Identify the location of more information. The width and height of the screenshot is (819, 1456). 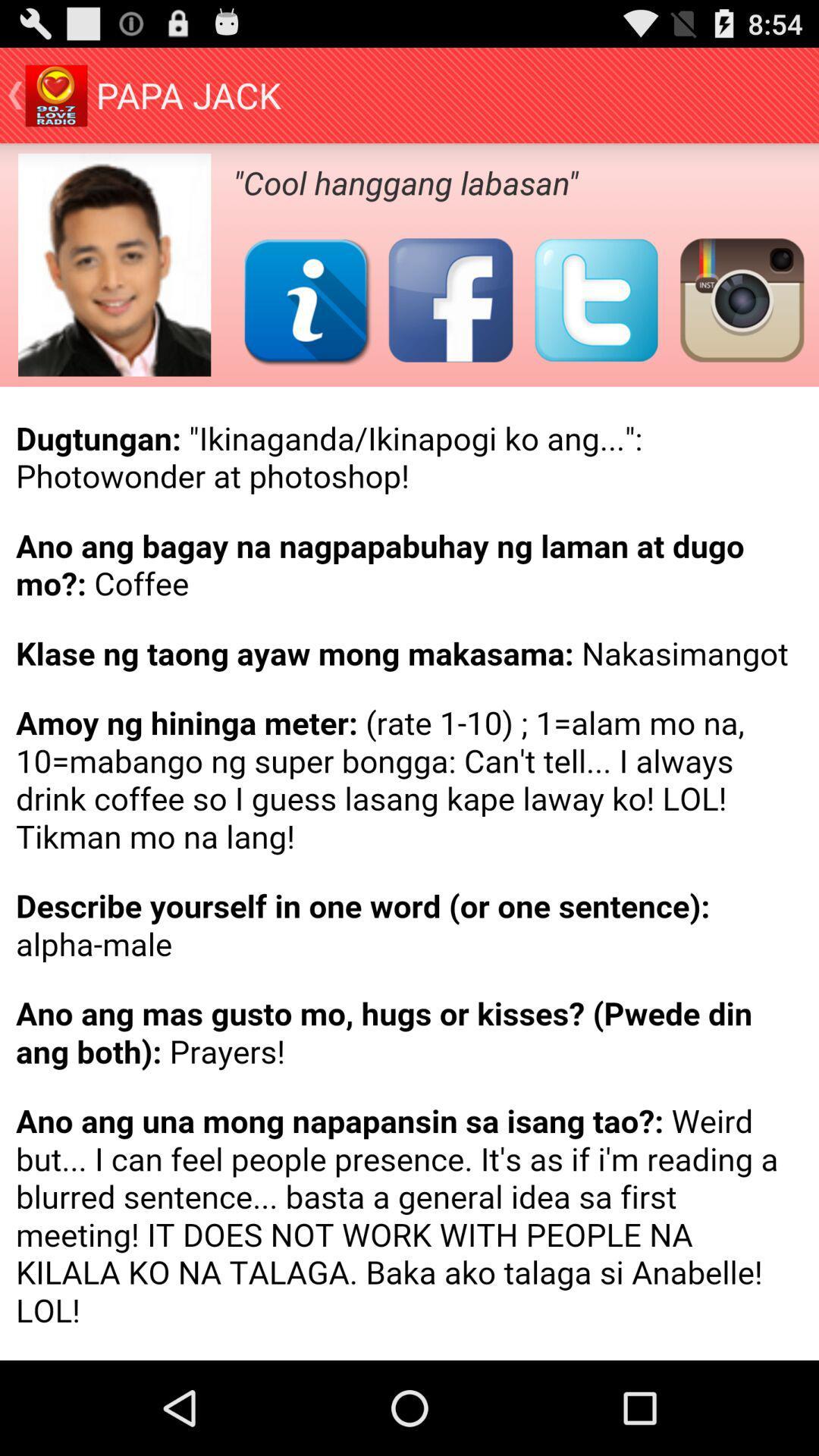
(306, 300).